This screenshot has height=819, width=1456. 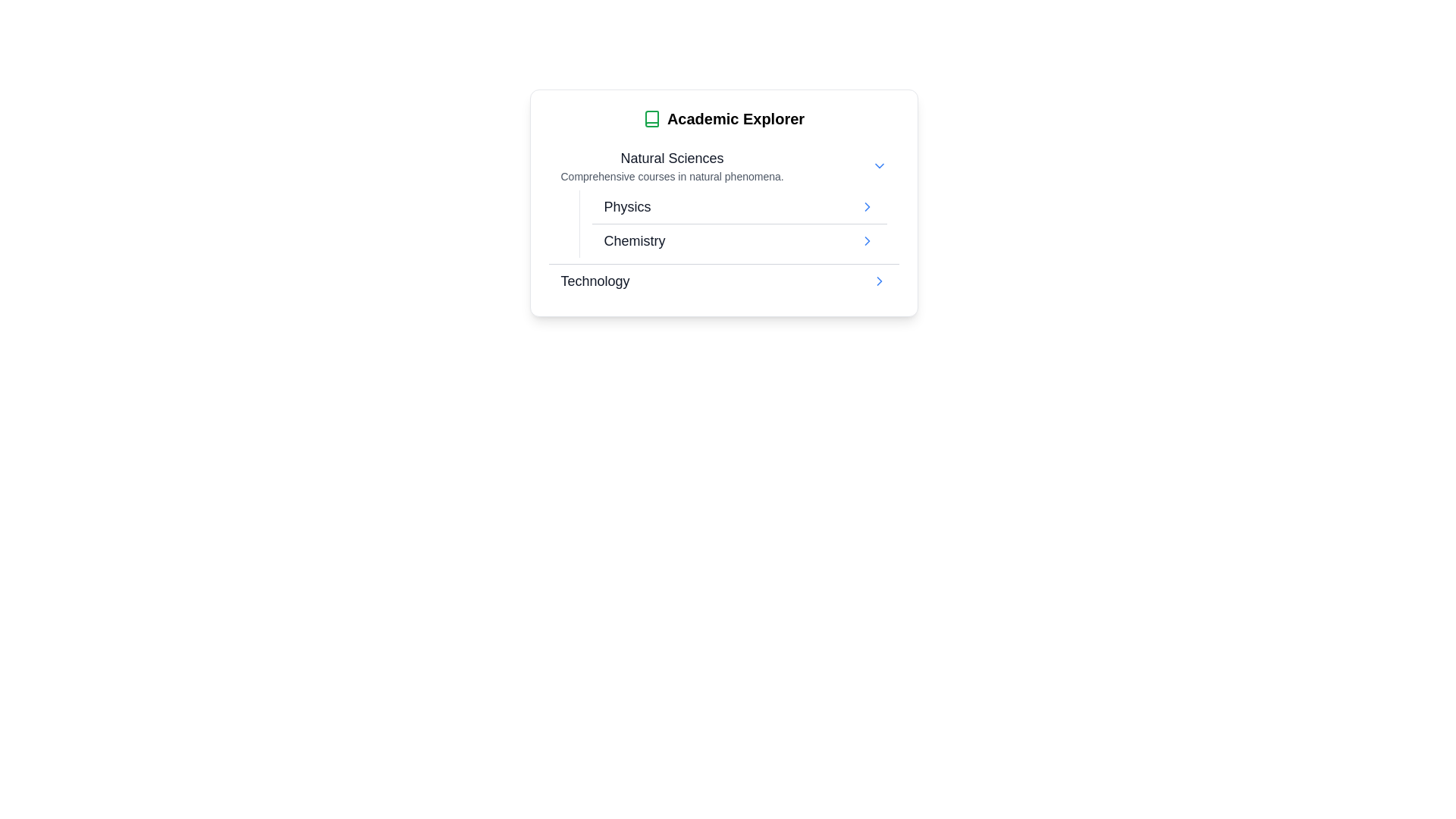 What do you see at coordinates (723, 166) in the screenshot?
I see `the 'Natural Sciences' category item, which is the first item under the 'Academic Explorer' heading` at bounding box center [723, 166].